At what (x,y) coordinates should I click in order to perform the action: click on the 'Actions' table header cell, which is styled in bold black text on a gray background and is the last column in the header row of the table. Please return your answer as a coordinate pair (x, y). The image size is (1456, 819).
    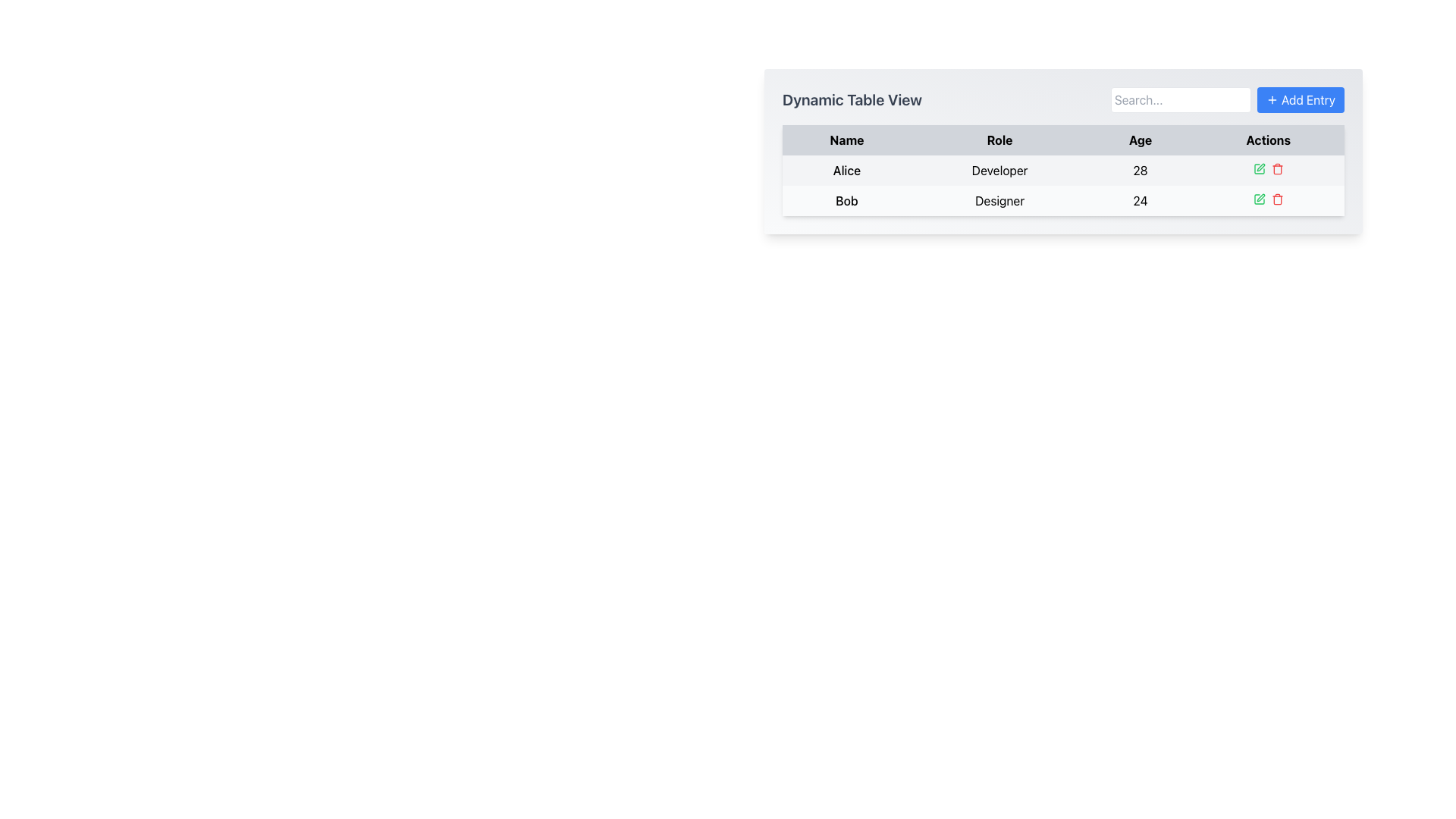
    Looking at the image, I should click on (1268, 140).